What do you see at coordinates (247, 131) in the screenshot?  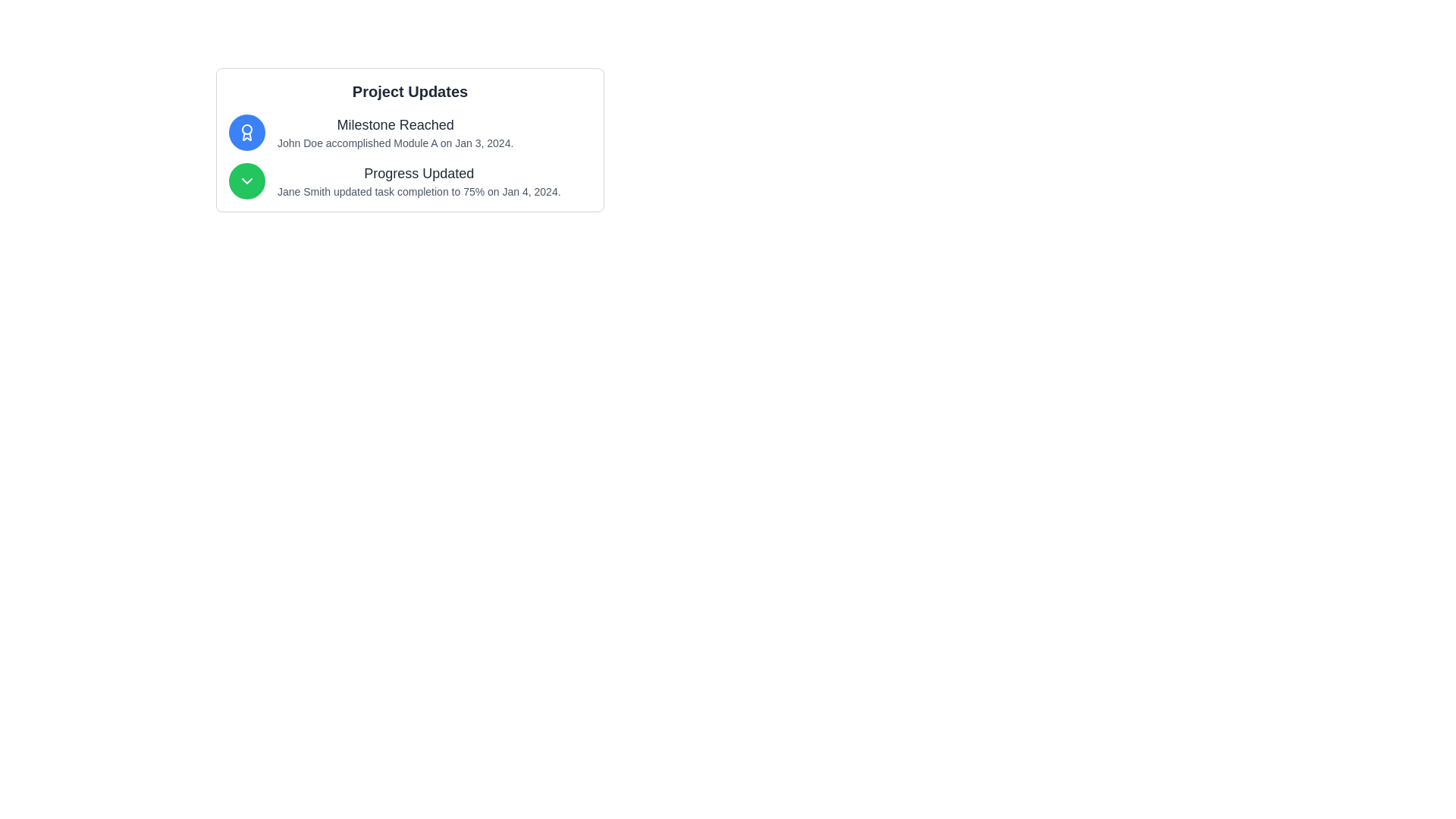 I see `the circular icon with a blue background and a white ribbon-shaped award symbol, located at the top left corner of the card under 'Project Updates' aligned with 'Milestone Reached'` at bounding box center [247, 131].